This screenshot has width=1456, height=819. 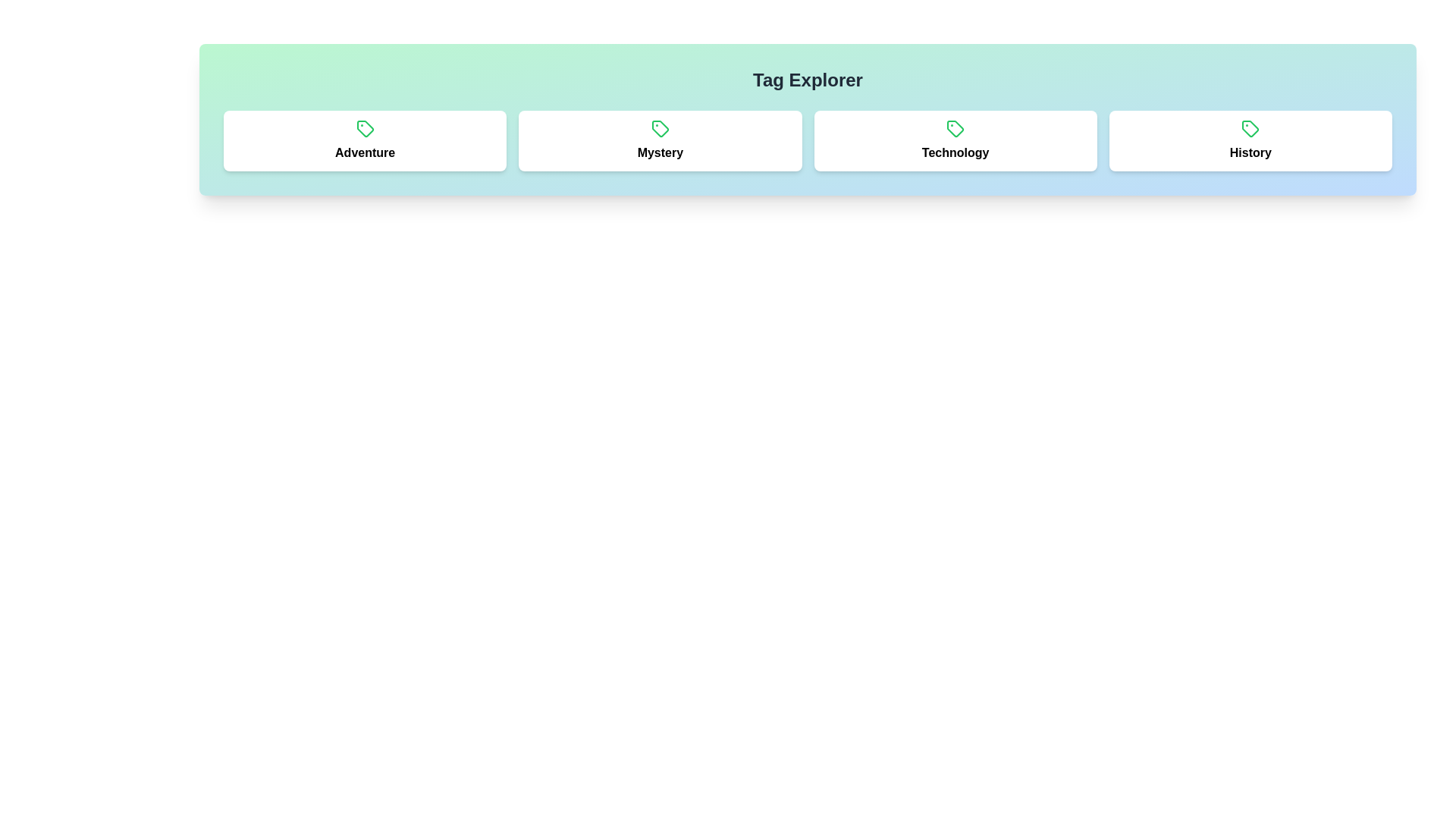 I want to click on the Button-like card for the 'History' category located in the fourth column of the grid, adjacent to the 'Technology' card, so click(x=1250, y=140).